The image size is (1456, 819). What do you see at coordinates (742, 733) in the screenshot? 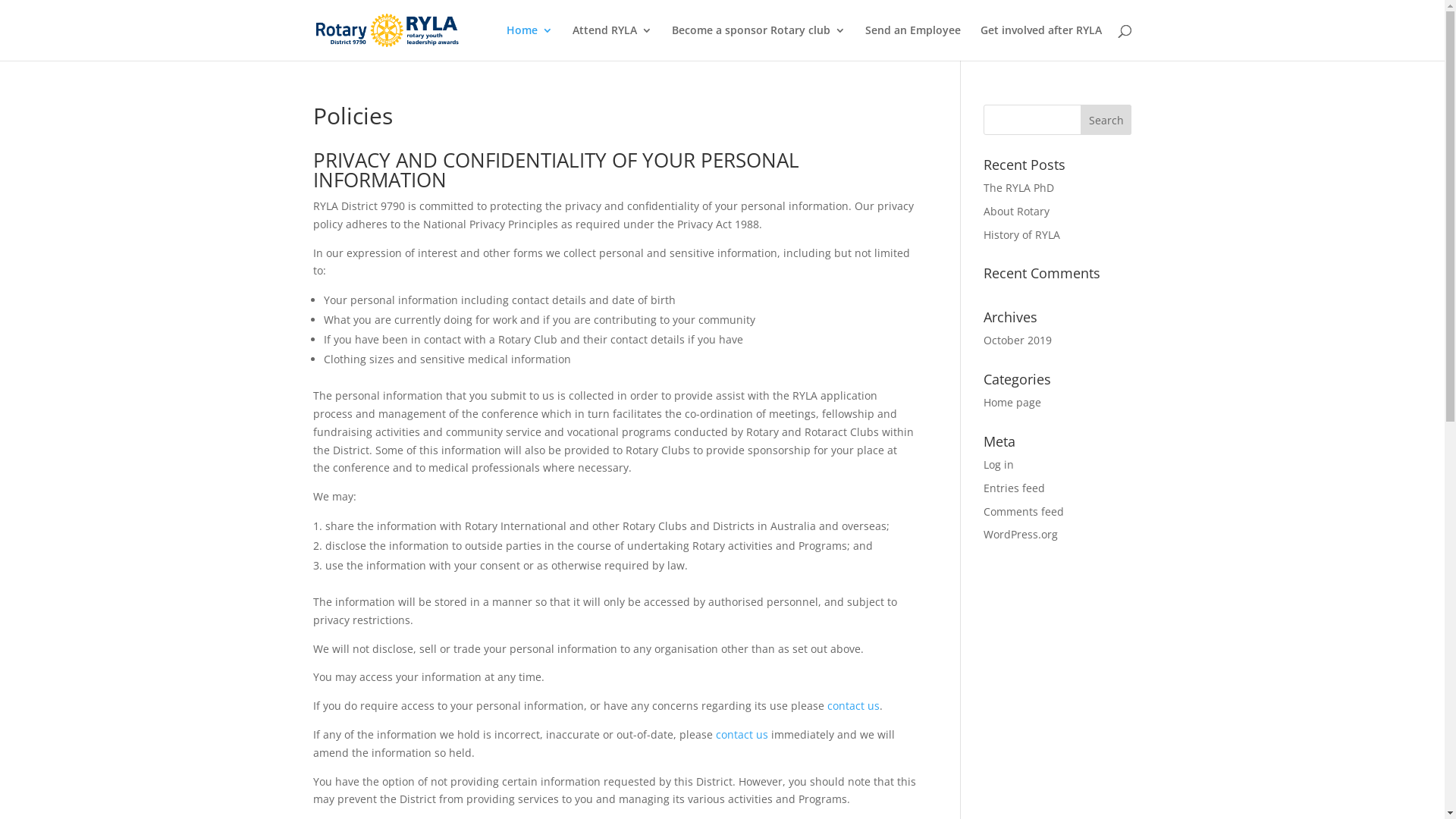
I see `'contact us'` at bounding box center [742, 733].